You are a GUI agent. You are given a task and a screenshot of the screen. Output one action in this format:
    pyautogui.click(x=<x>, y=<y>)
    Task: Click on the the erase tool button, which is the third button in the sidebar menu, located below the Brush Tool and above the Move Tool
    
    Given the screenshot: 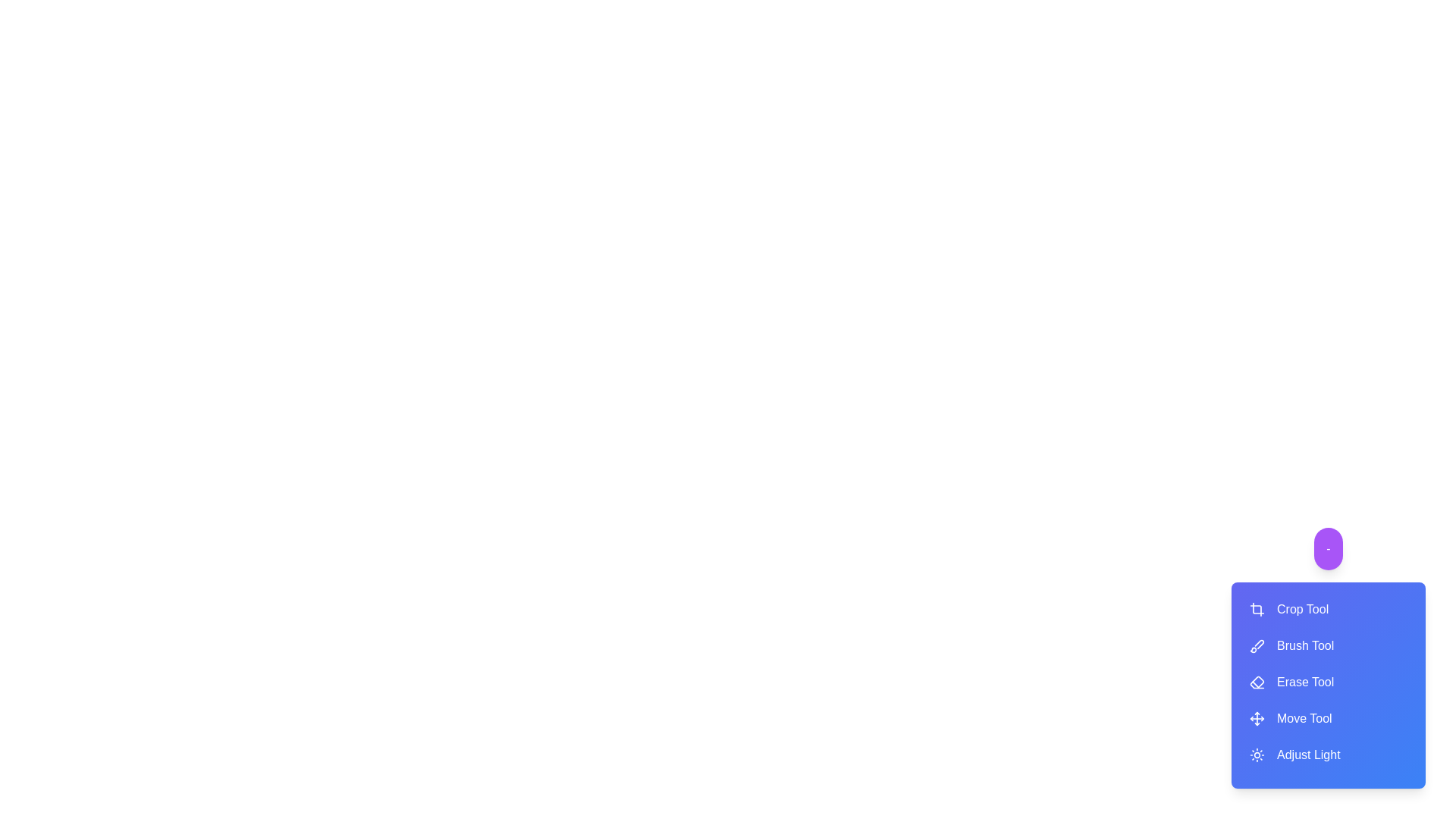 What is the action you would take?
    pyautogui.click(x=1328, y=681)
    